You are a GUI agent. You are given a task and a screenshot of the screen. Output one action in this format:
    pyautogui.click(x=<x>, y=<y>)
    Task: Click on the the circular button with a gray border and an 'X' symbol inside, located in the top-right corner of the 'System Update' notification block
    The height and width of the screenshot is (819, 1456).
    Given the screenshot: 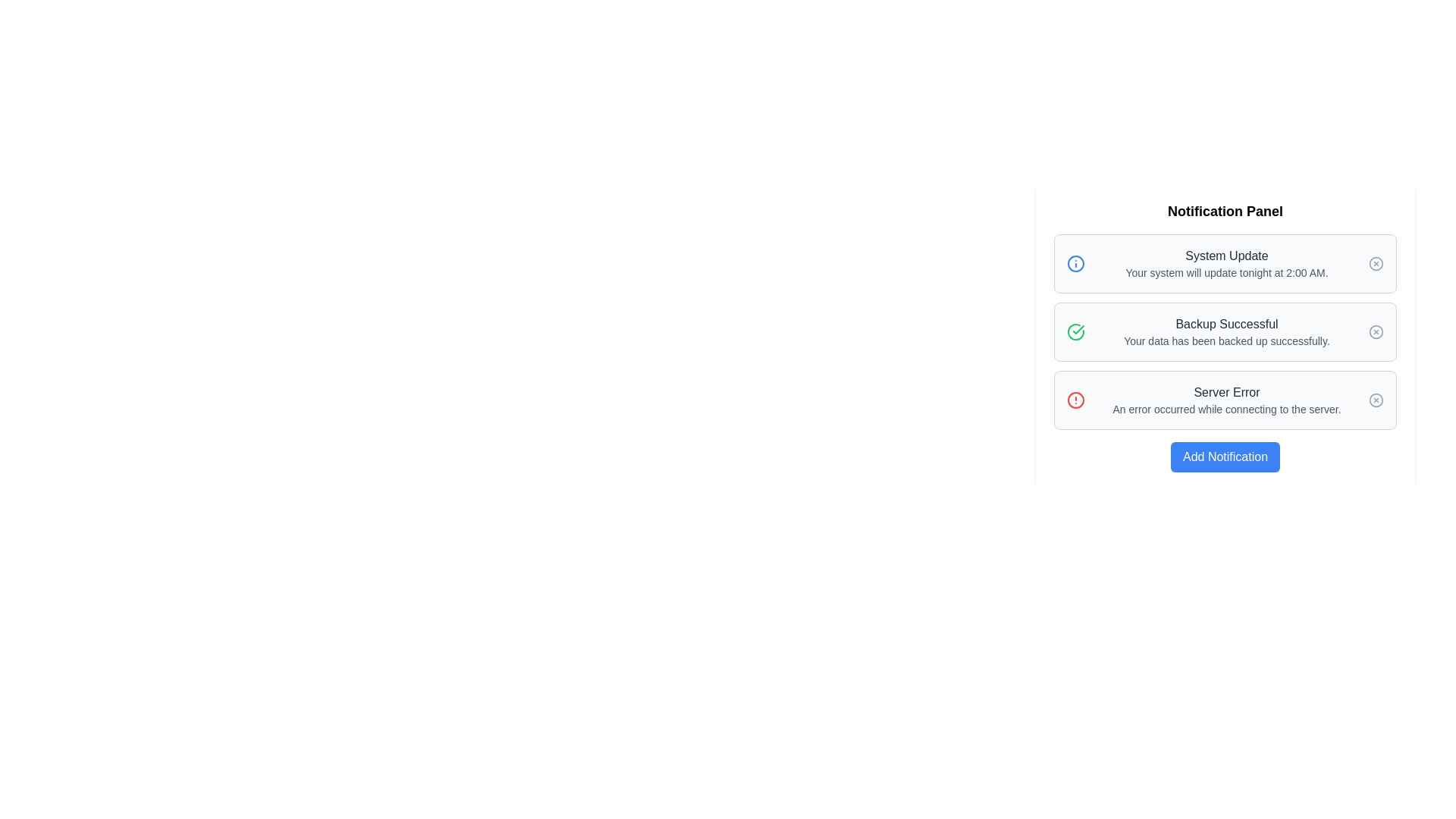 What is the action you would take?
    pyautogui.click(x=1376, y=262)
    